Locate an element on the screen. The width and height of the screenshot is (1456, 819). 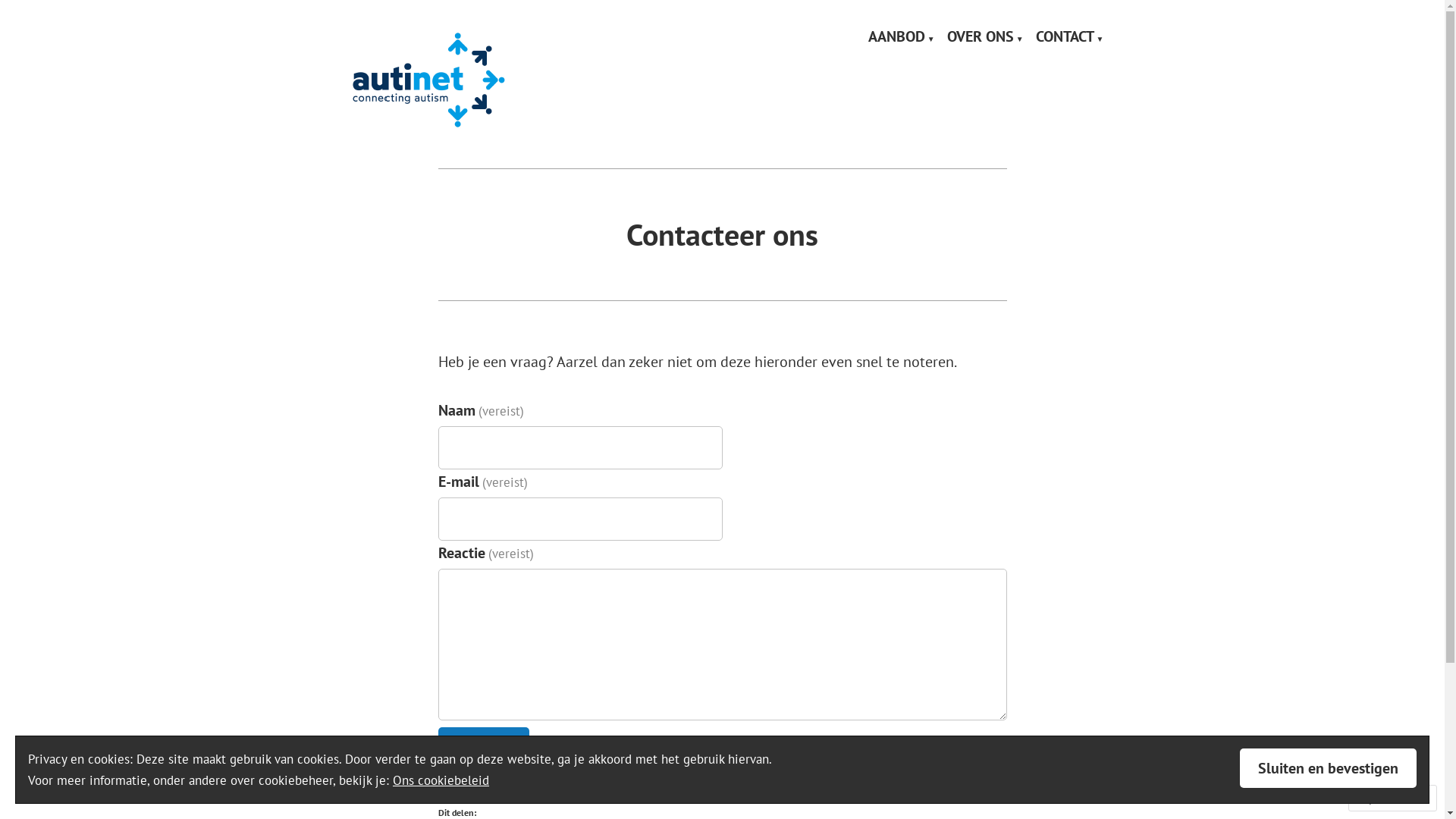
'Sluiten en bevestigen' is located at coordinates (1327, 768).